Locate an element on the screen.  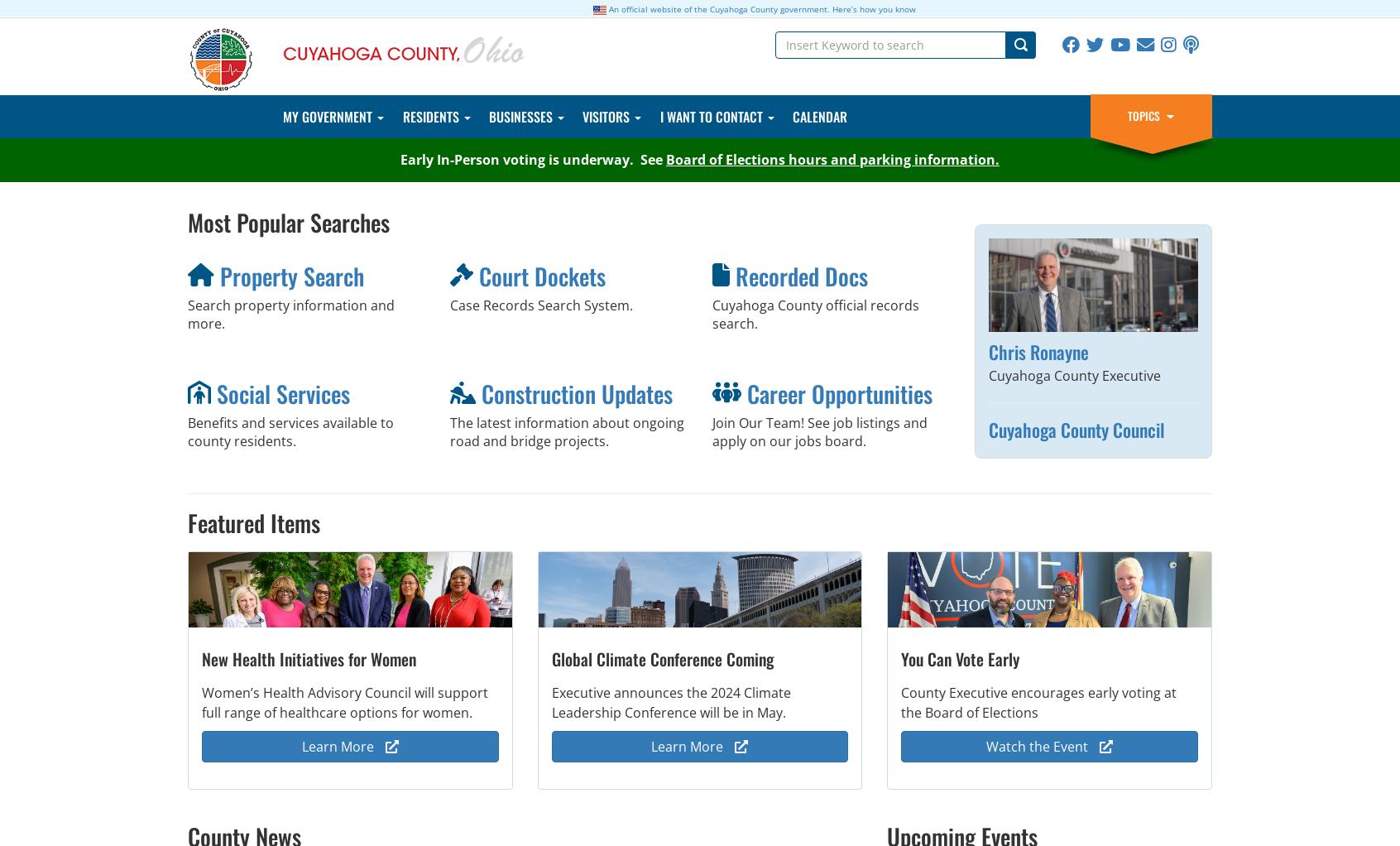
'Social Services' is located at coordinates (216, 392).